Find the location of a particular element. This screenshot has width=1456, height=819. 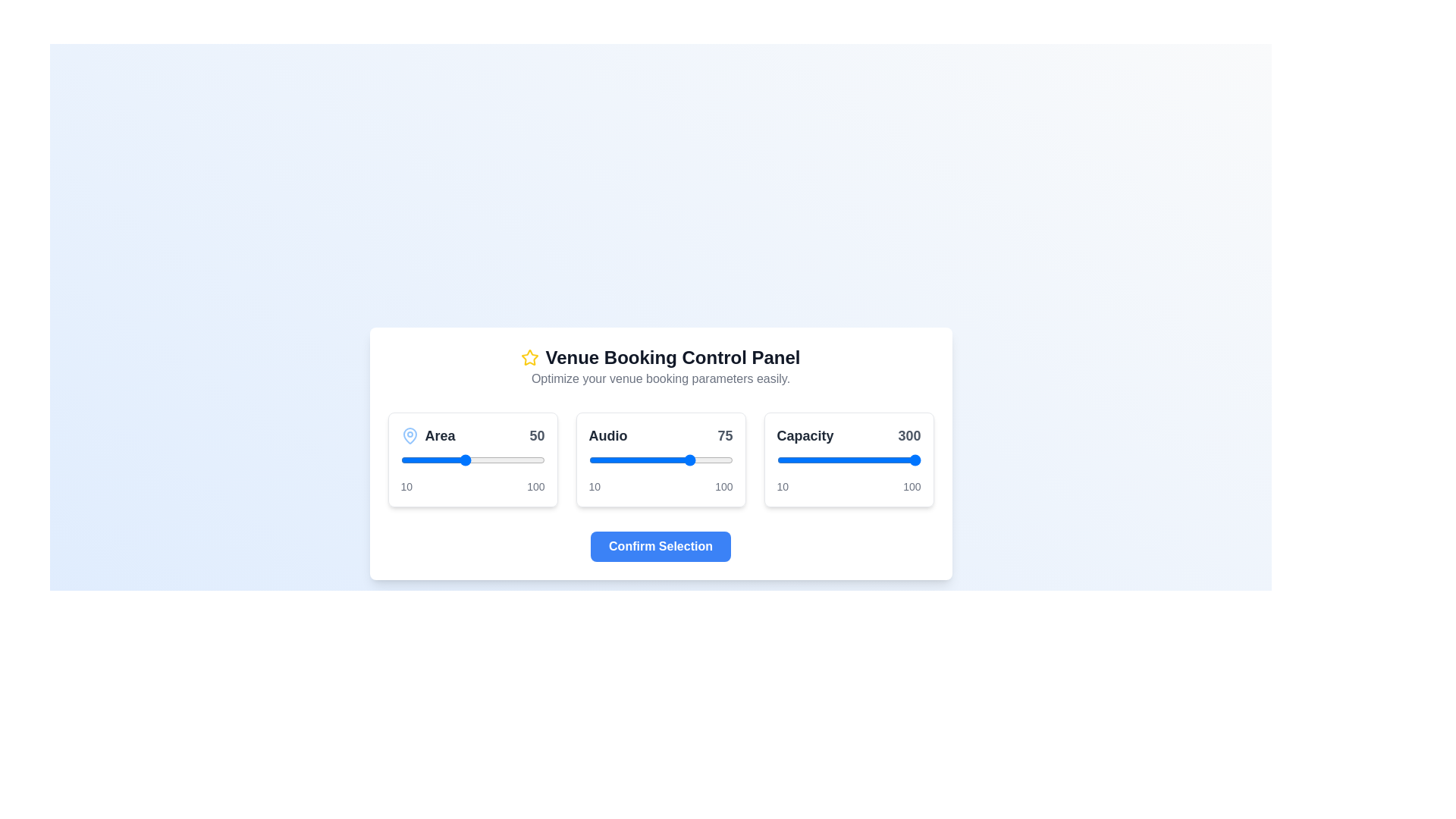

the Area slider is located at coordinates (403, 459).